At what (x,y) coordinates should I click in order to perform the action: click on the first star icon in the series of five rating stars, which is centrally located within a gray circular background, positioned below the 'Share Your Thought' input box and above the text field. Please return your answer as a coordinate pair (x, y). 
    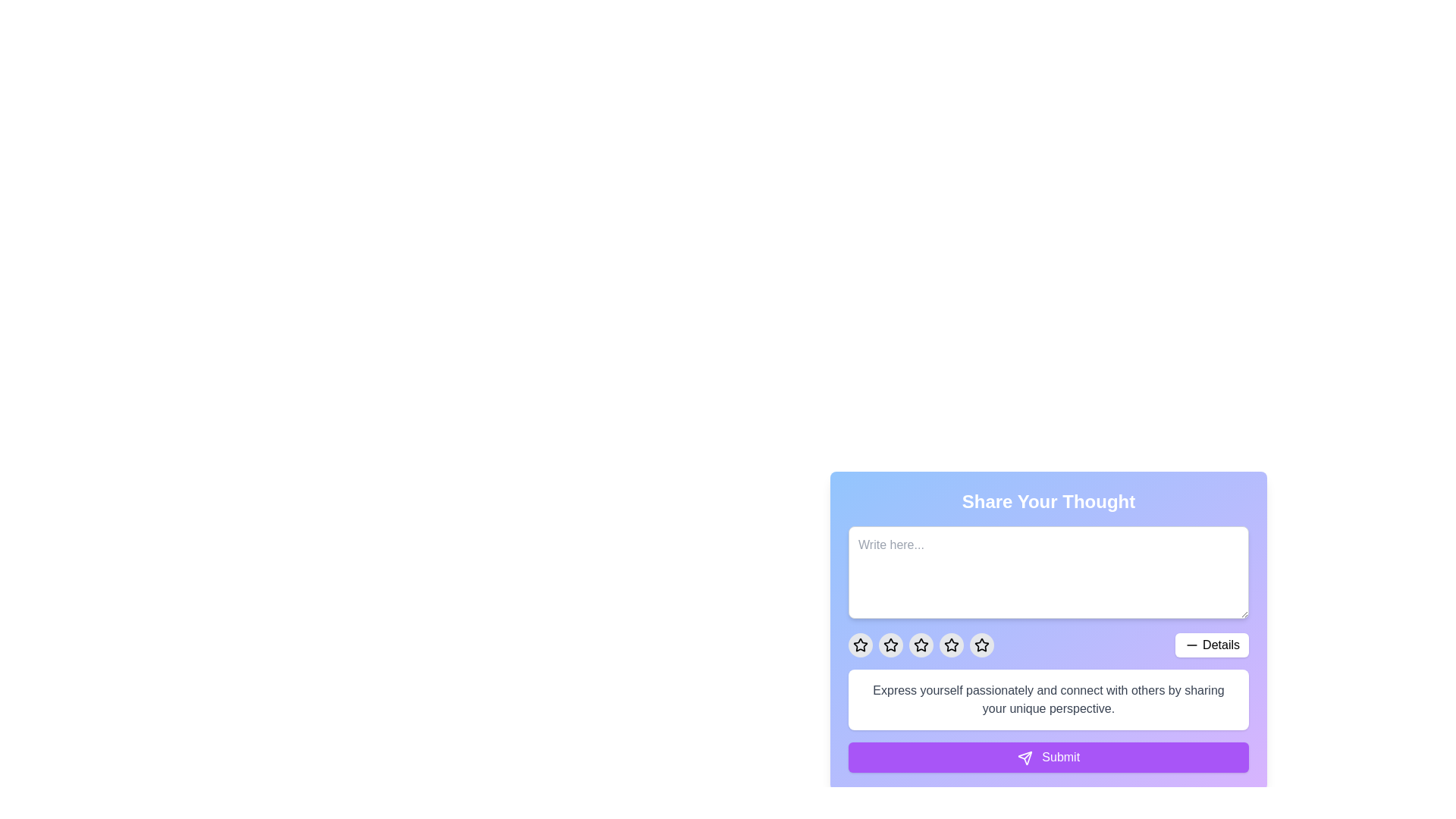
    Looking at the image, I should click on (891, 645).